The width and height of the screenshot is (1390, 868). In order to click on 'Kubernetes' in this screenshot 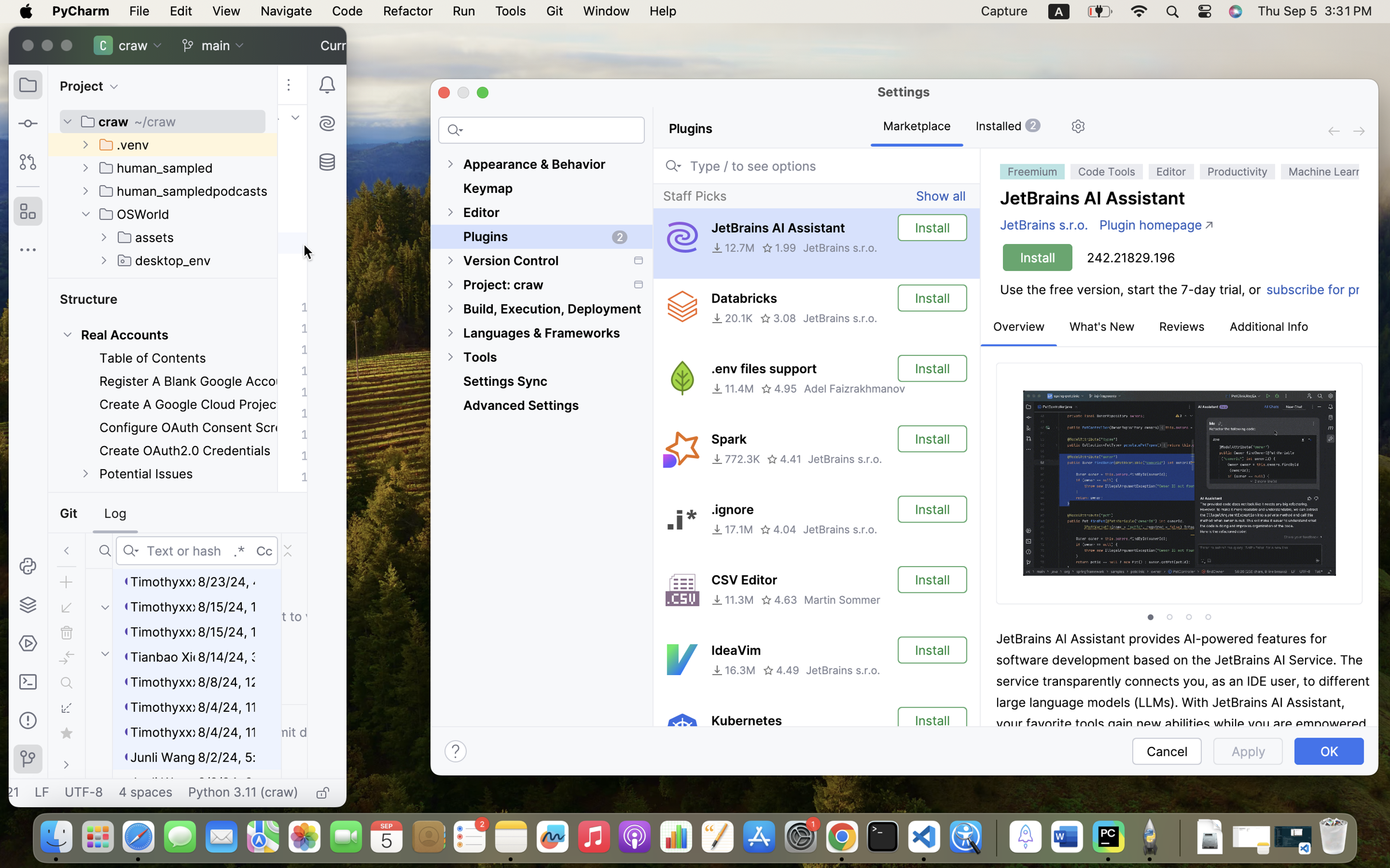, I will do `click(746, 720)`.